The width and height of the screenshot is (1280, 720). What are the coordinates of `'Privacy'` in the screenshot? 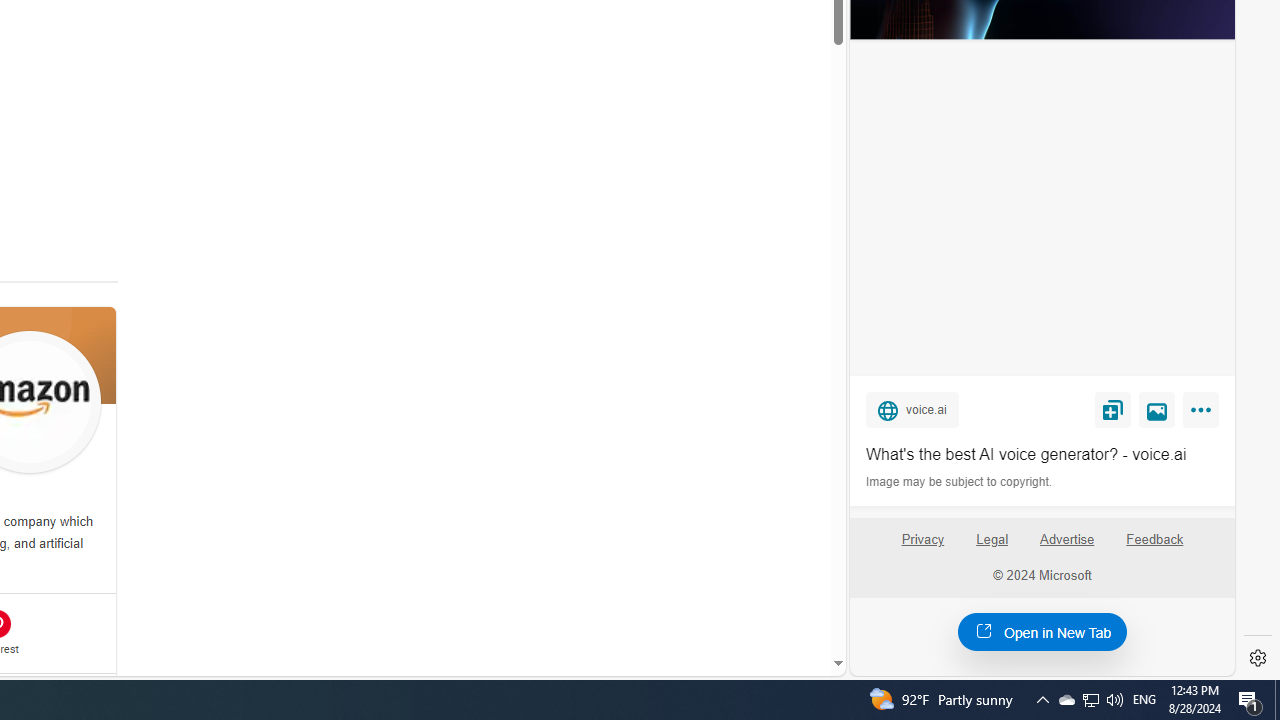 It's located at (921, 547).